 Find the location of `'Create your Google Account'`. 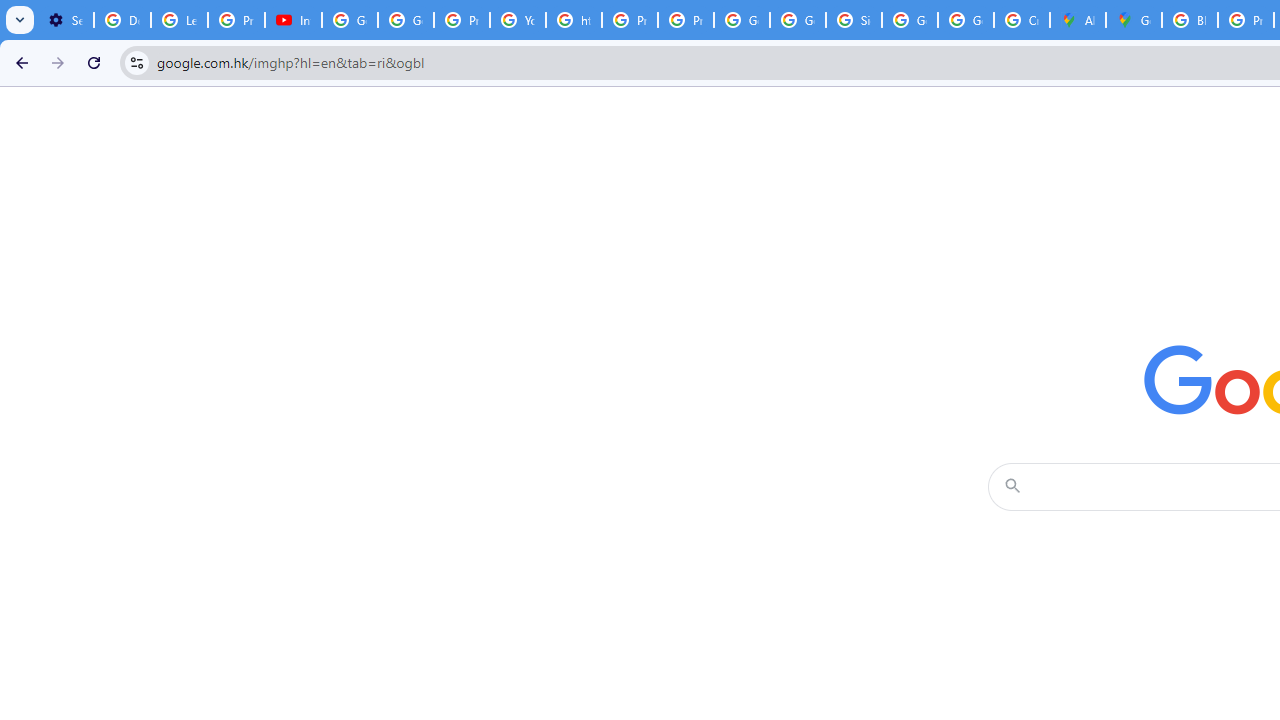

'Create your Google Account' is located at coordinates (1022, 20).